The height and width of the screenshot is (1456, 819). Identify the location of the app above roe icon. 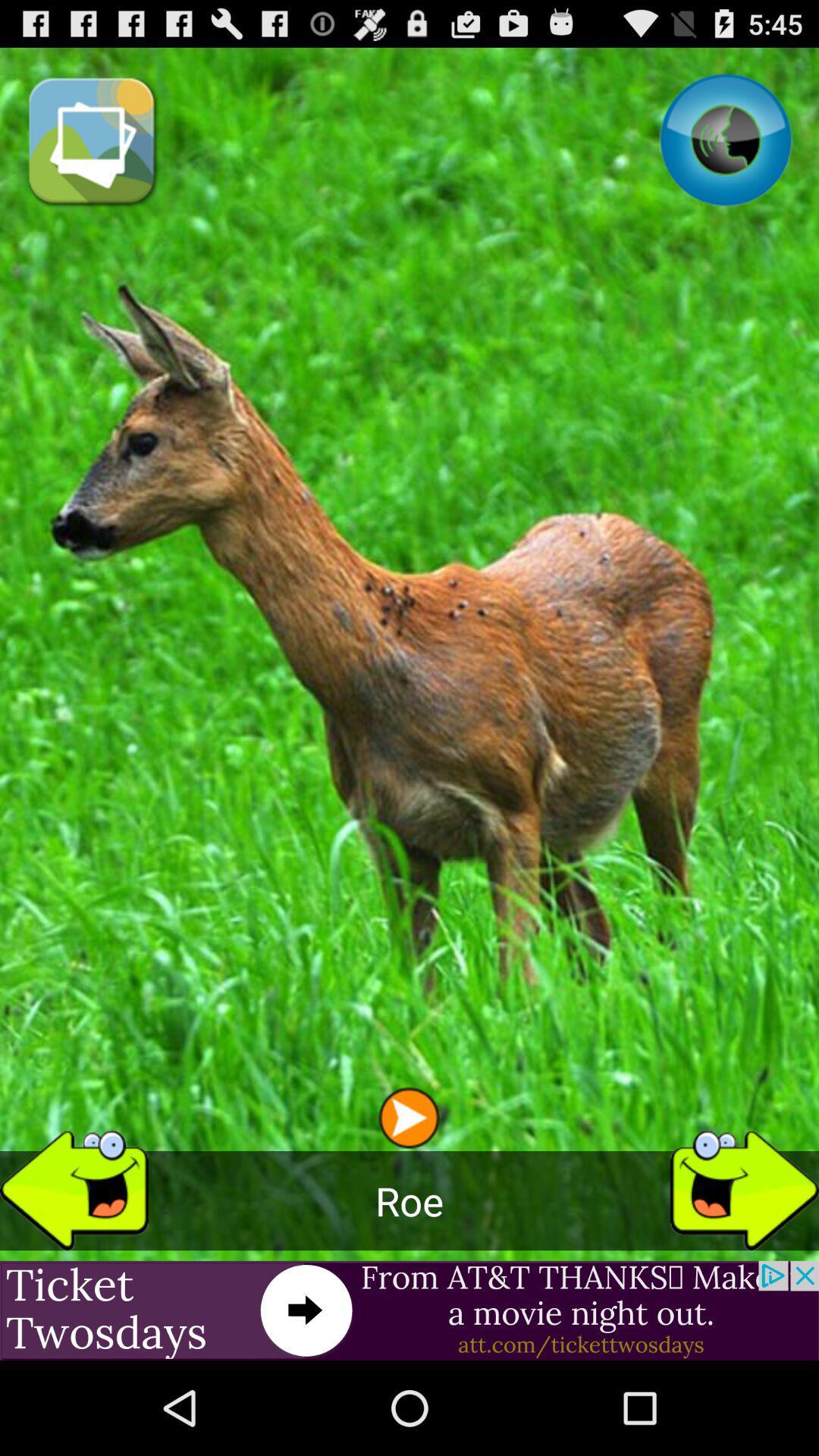
(408, 1118).